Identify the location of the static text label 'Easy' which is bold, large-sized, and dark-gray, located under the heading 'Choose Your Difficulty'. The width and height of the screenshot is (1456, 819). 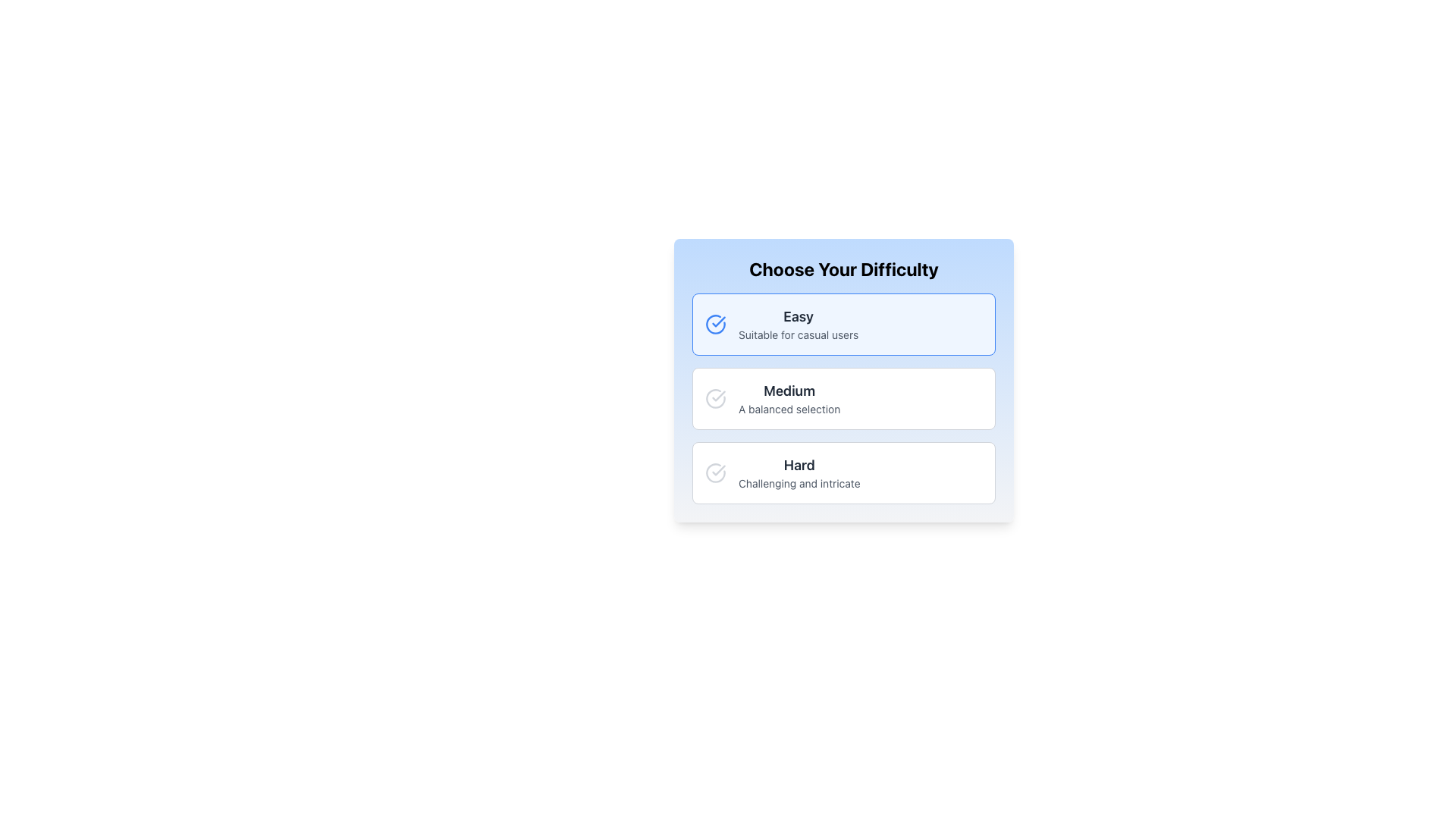
(798, 315).